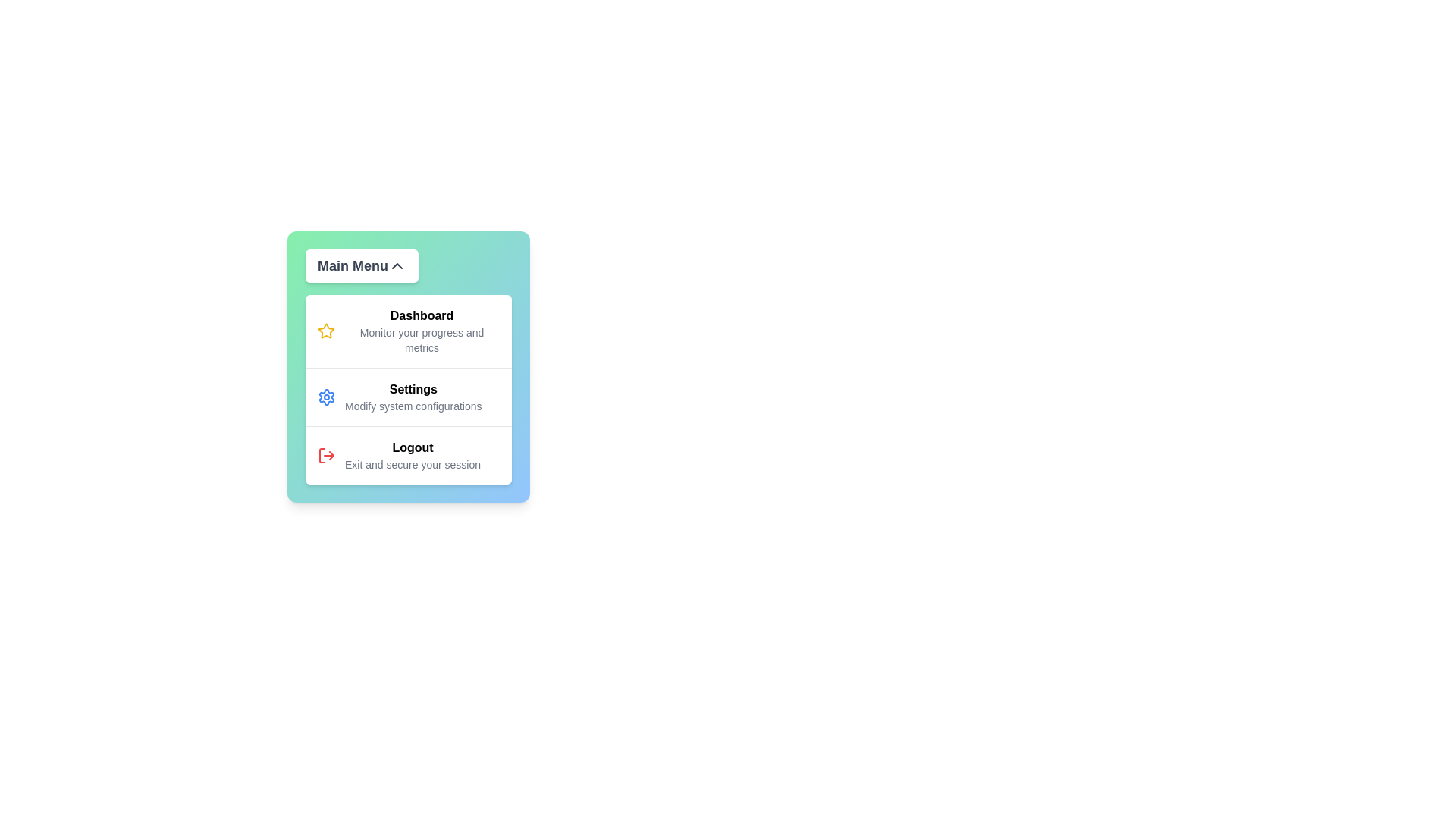  I want to click on the icon associated with Logout, so click(326, 455).